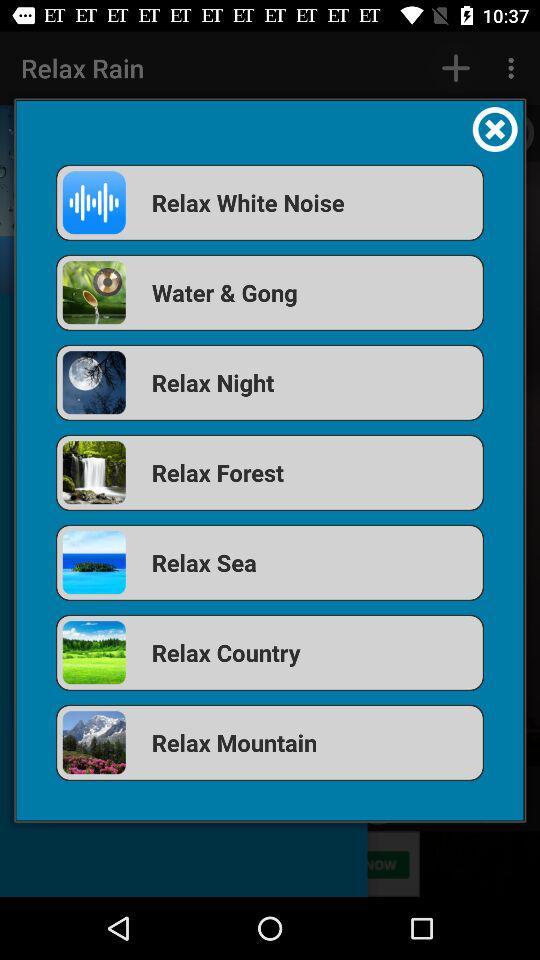 This screenshot has width=540, height=960. What do you see at coordinates (270, 202) in the screenshot?
I see `app above water & gong app` at bounding box center [270, 202].